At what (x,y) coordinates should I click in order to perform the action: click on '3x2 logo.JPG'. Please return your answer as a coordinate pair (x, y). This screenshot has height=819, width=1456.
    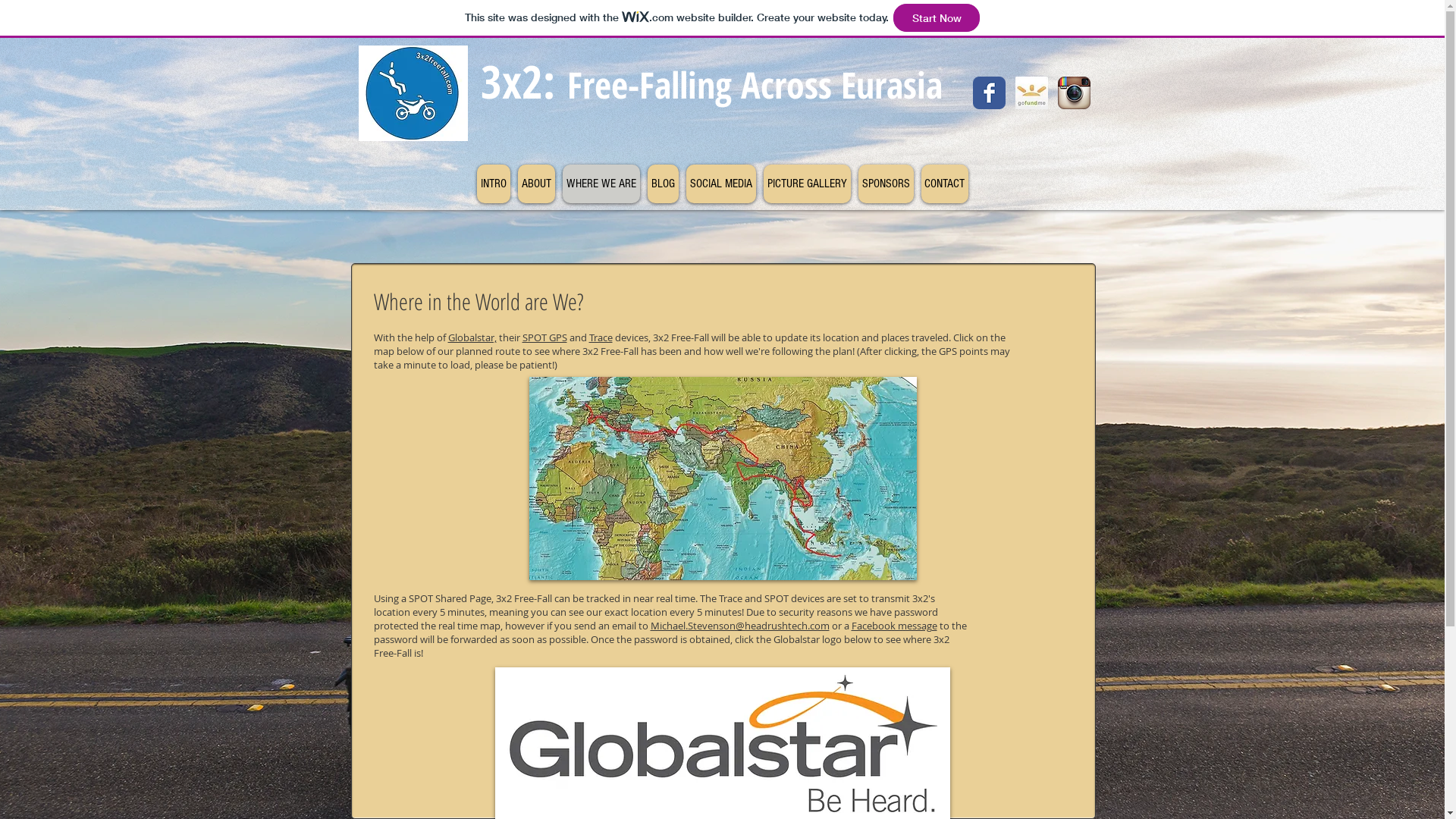
    Looking at the image, I should click on (412, 93).